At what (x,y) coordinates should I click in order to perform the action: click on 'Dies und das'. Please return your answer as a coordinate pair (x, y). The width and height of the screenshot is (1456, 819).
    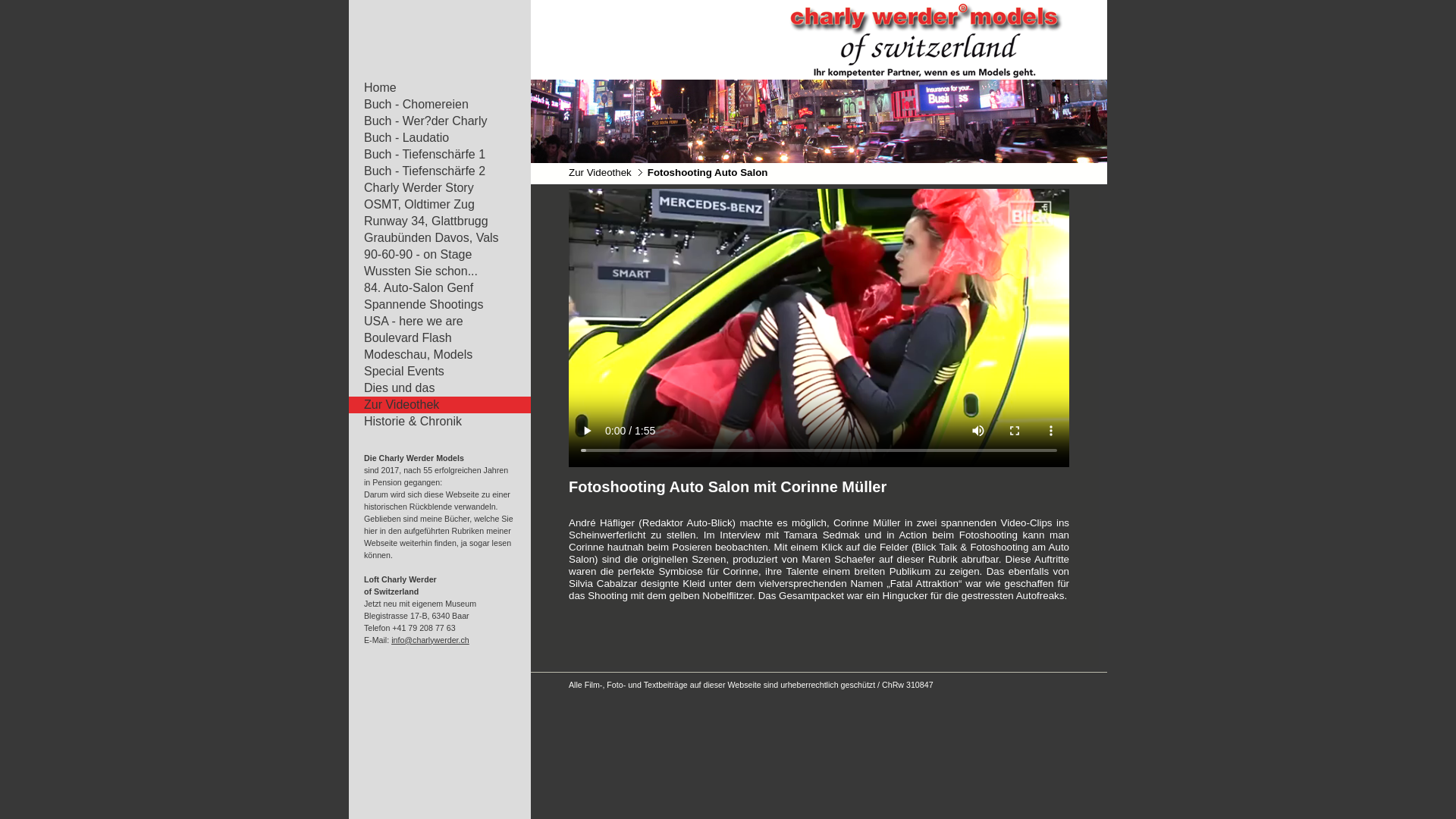
    Looking at the image, I should click on (431, 388).